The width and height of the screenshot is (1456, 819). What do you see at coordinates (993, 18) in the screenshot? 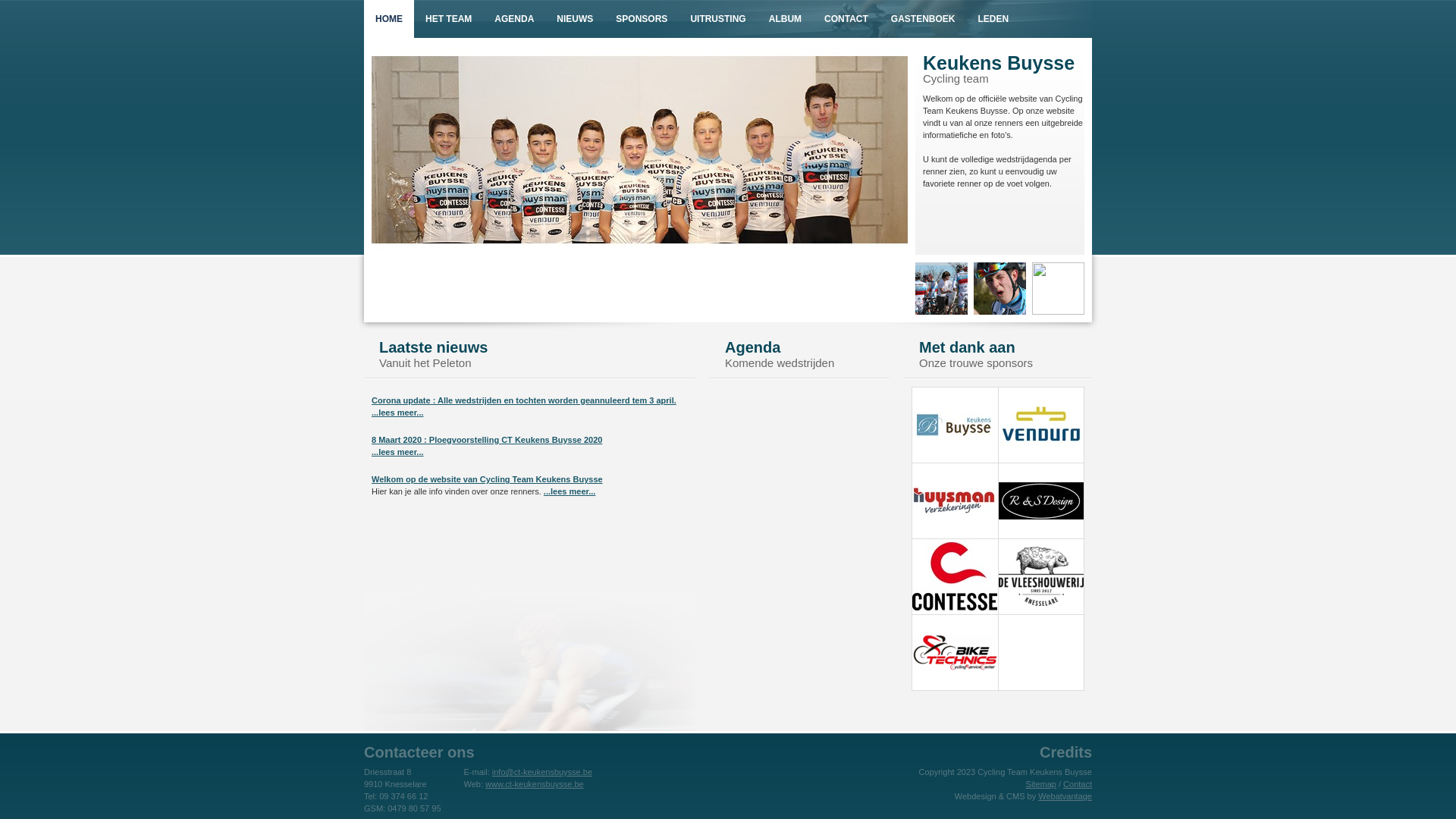
I see `'LEDEN'` at bounding box center [993, 18].